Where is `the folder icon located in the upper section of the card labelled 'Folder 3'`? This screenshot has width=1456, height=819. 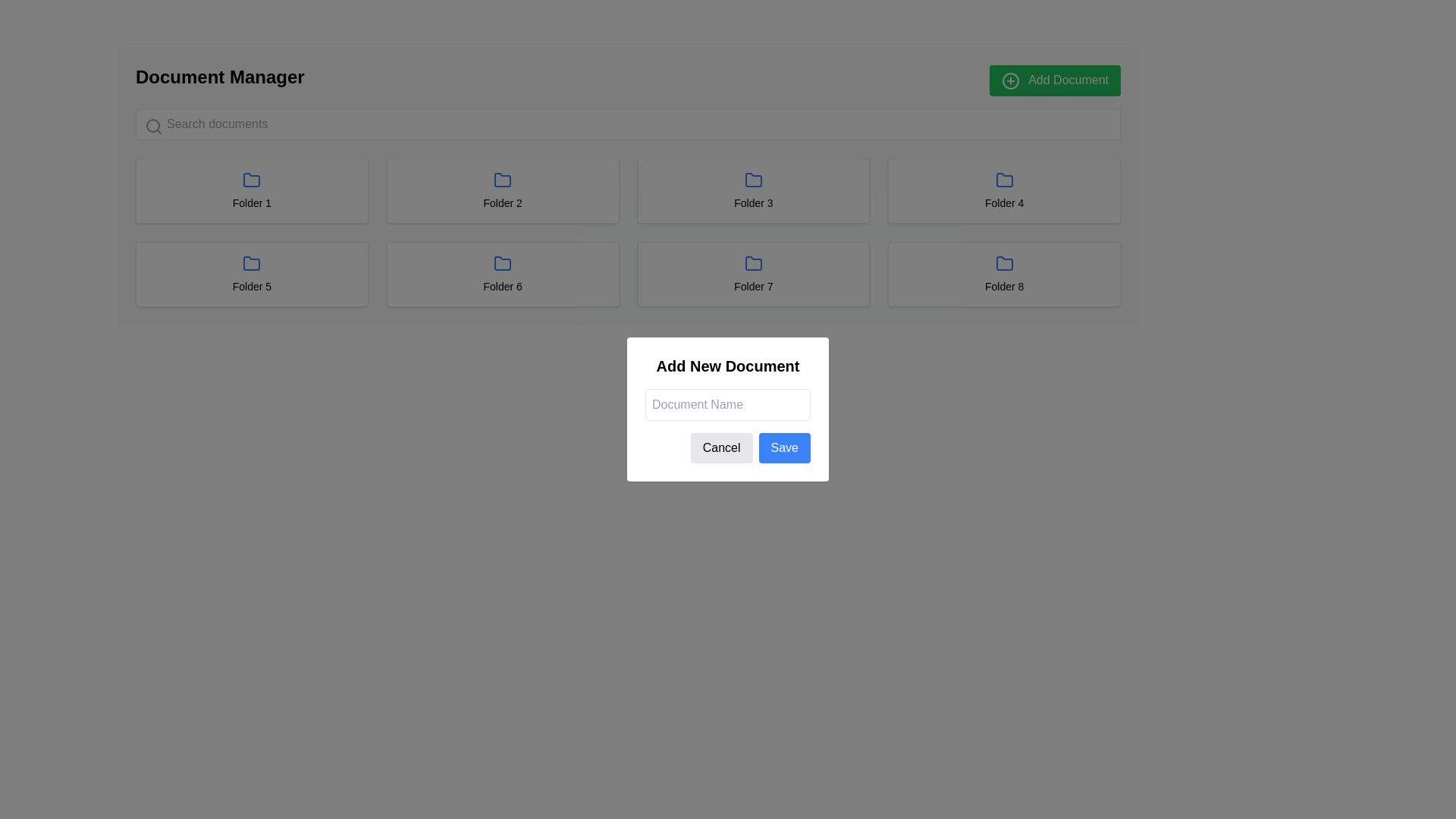
the folder icon located in the upper section of the card labelled 'Folder 3' is located at coordinates (753, 179).